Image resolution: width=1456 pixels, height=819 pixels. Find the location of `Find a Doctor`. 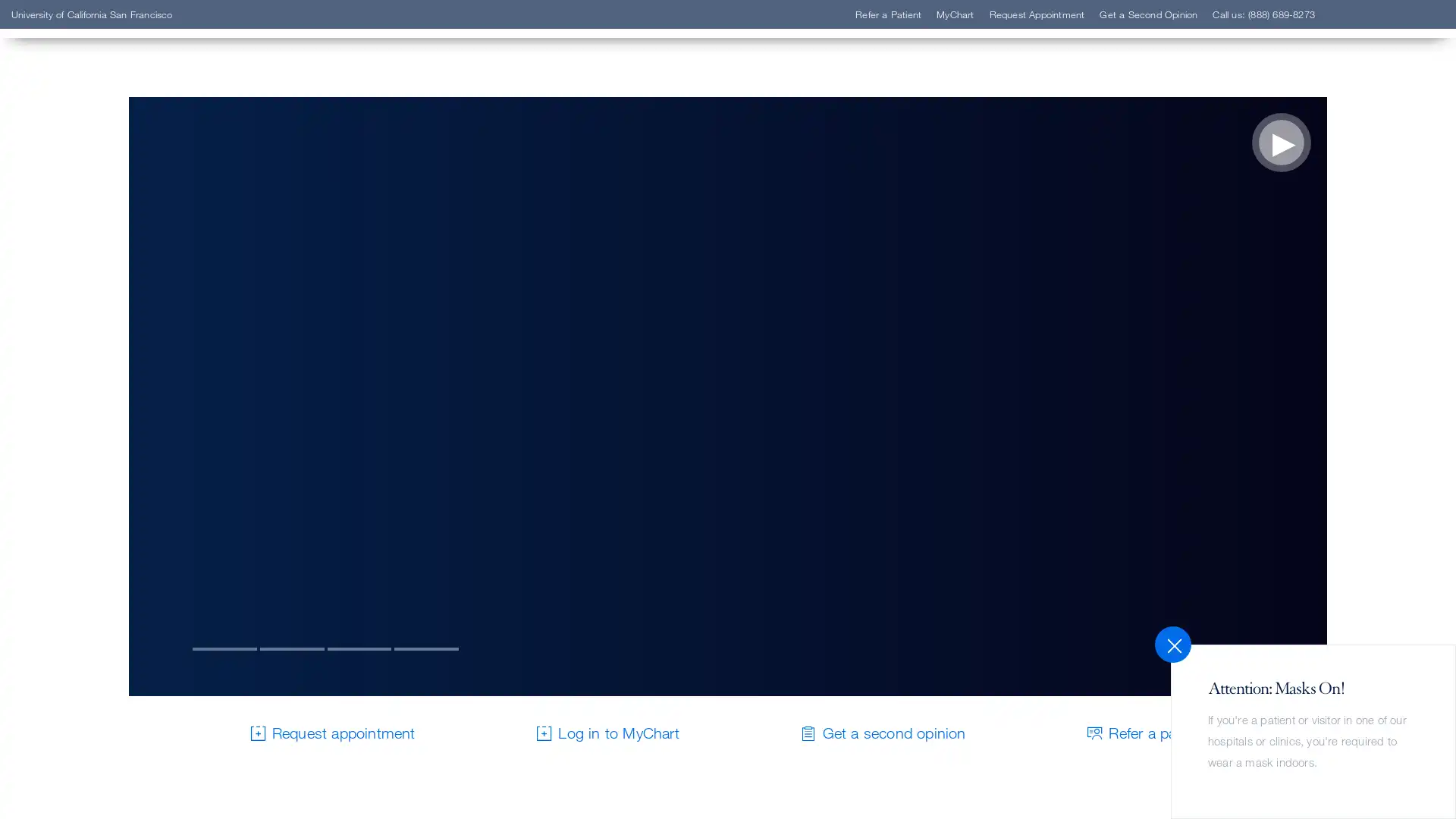

Find a Doctor is located at coordinates (105, 223).